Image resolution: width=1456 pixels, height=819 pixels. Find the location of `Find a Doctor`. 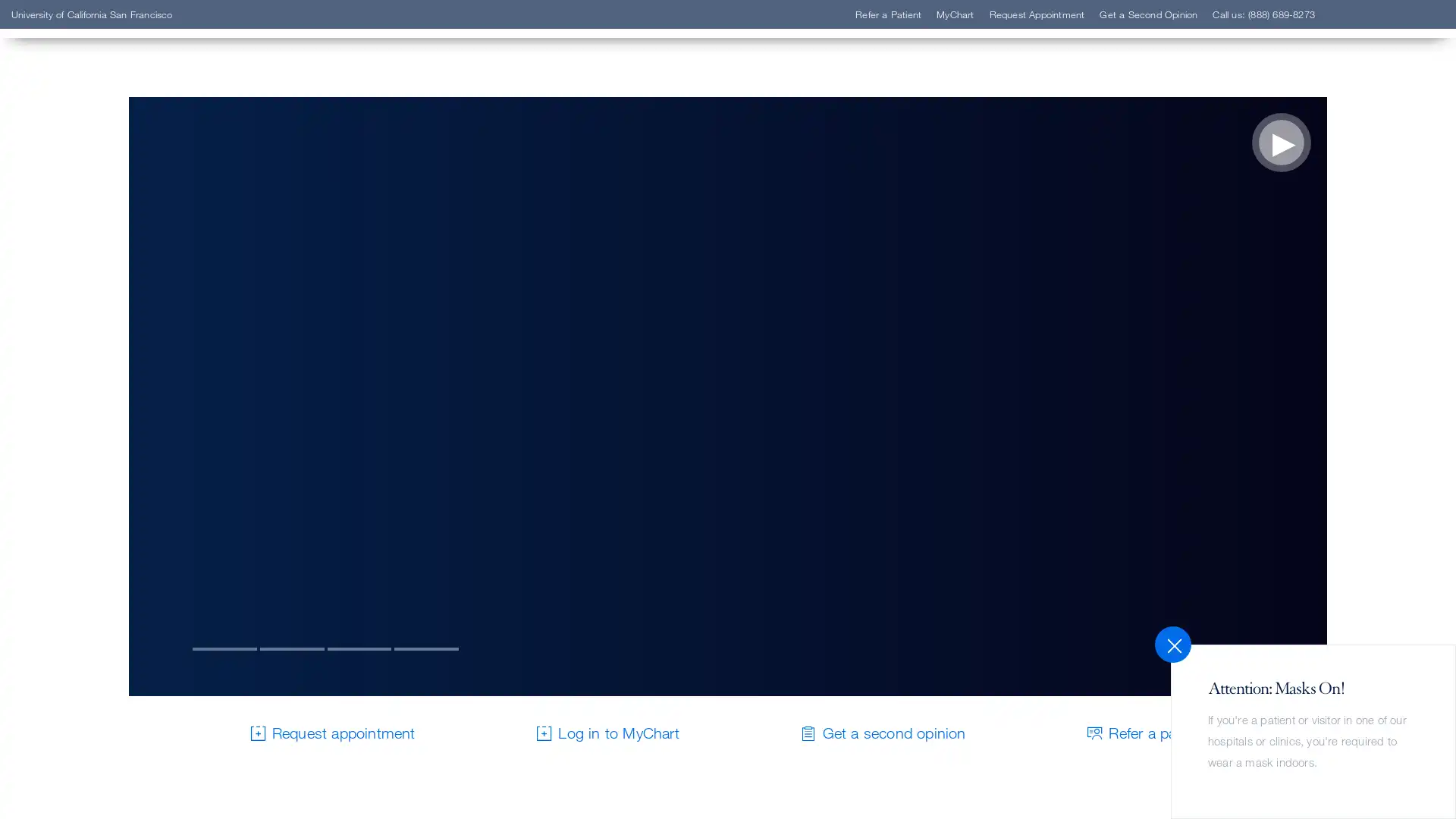

Find a Doctor is located at coordinates (105, 223).